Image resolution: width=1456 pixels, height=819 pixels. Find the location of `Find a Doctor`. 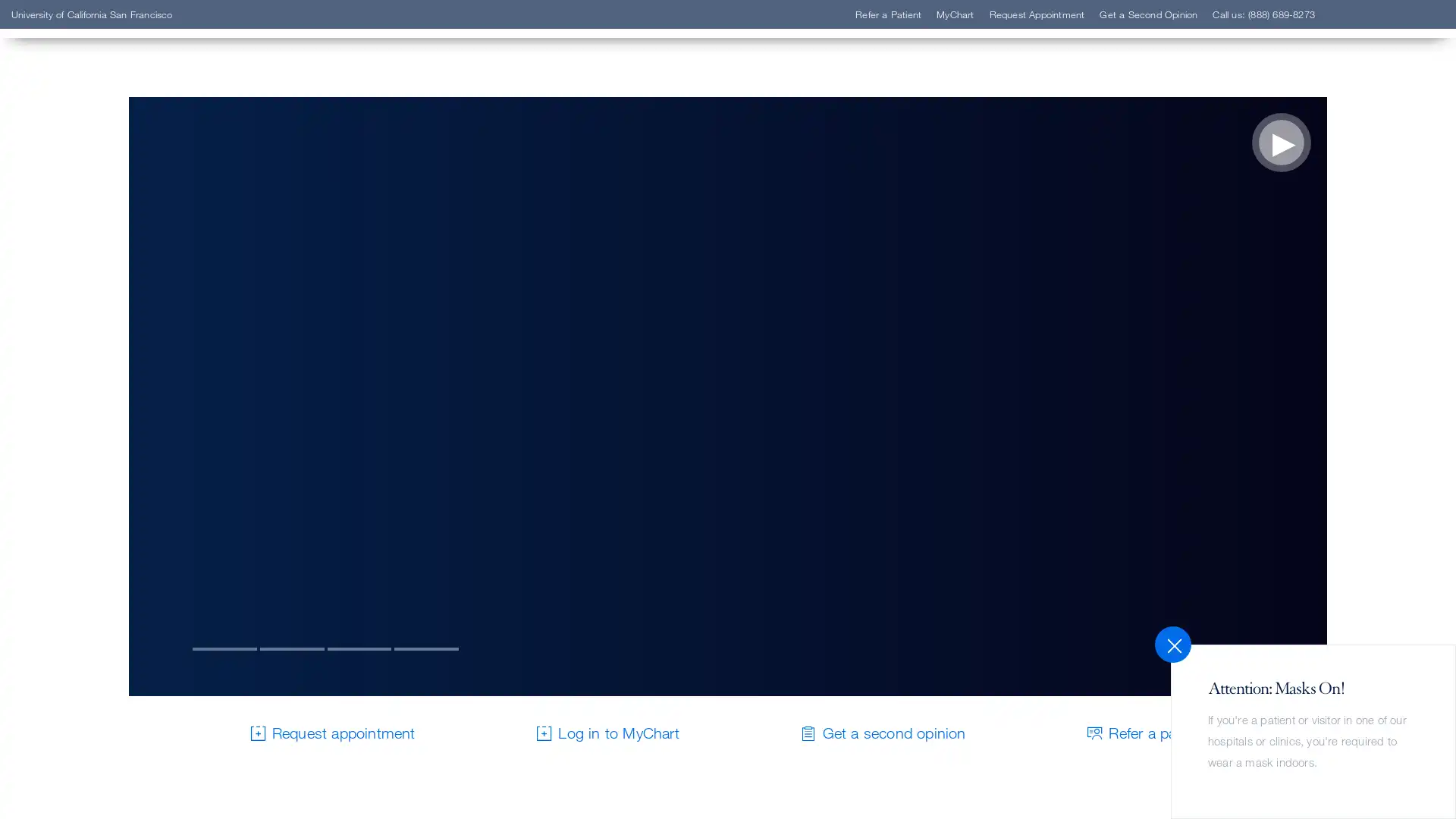

Find a Doctor is located at coordinates (105, 223).